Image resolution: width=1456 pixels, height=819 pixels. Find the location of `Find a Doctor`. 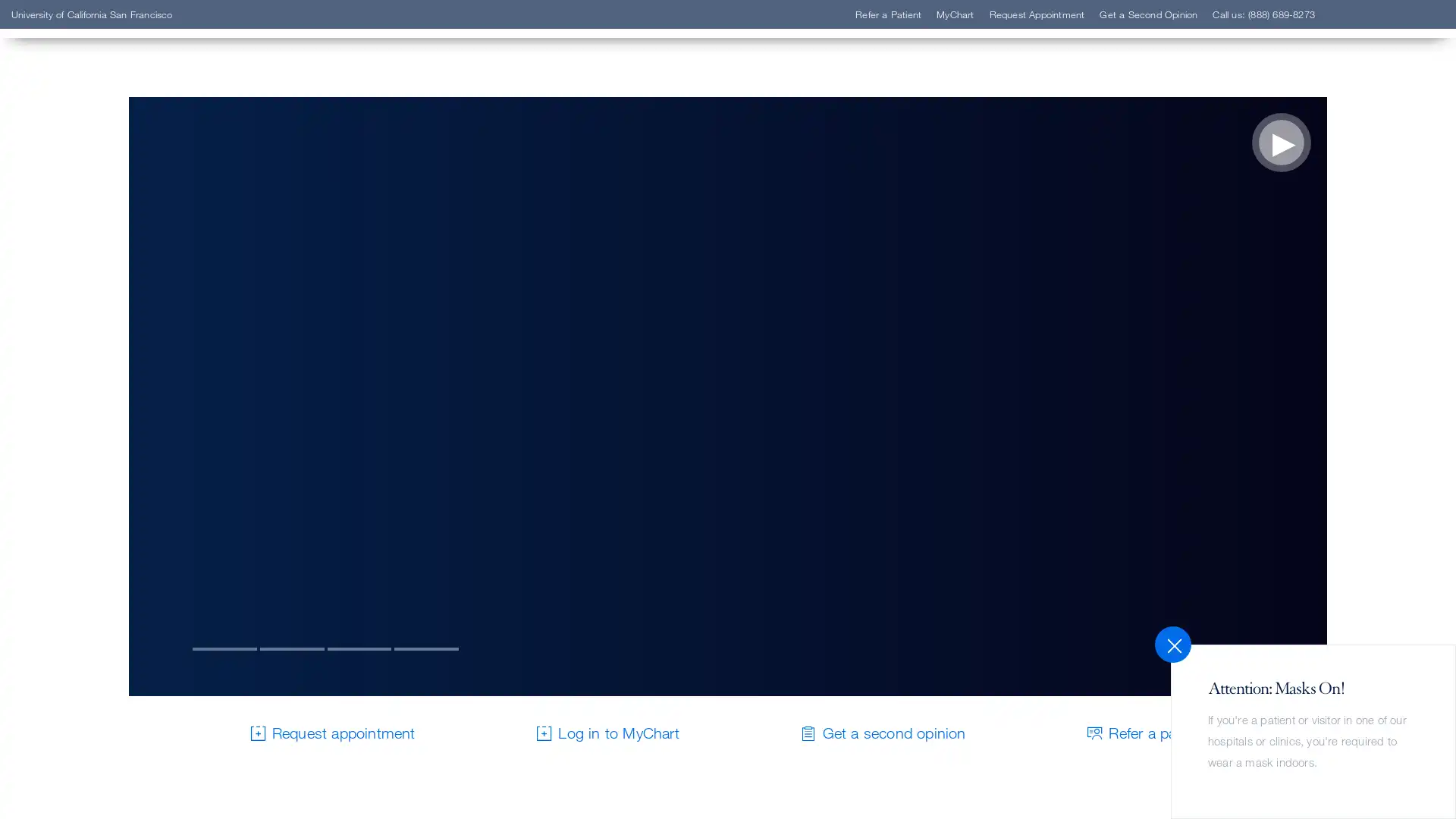

Find a Doctor is located at coordinates (105, 223).